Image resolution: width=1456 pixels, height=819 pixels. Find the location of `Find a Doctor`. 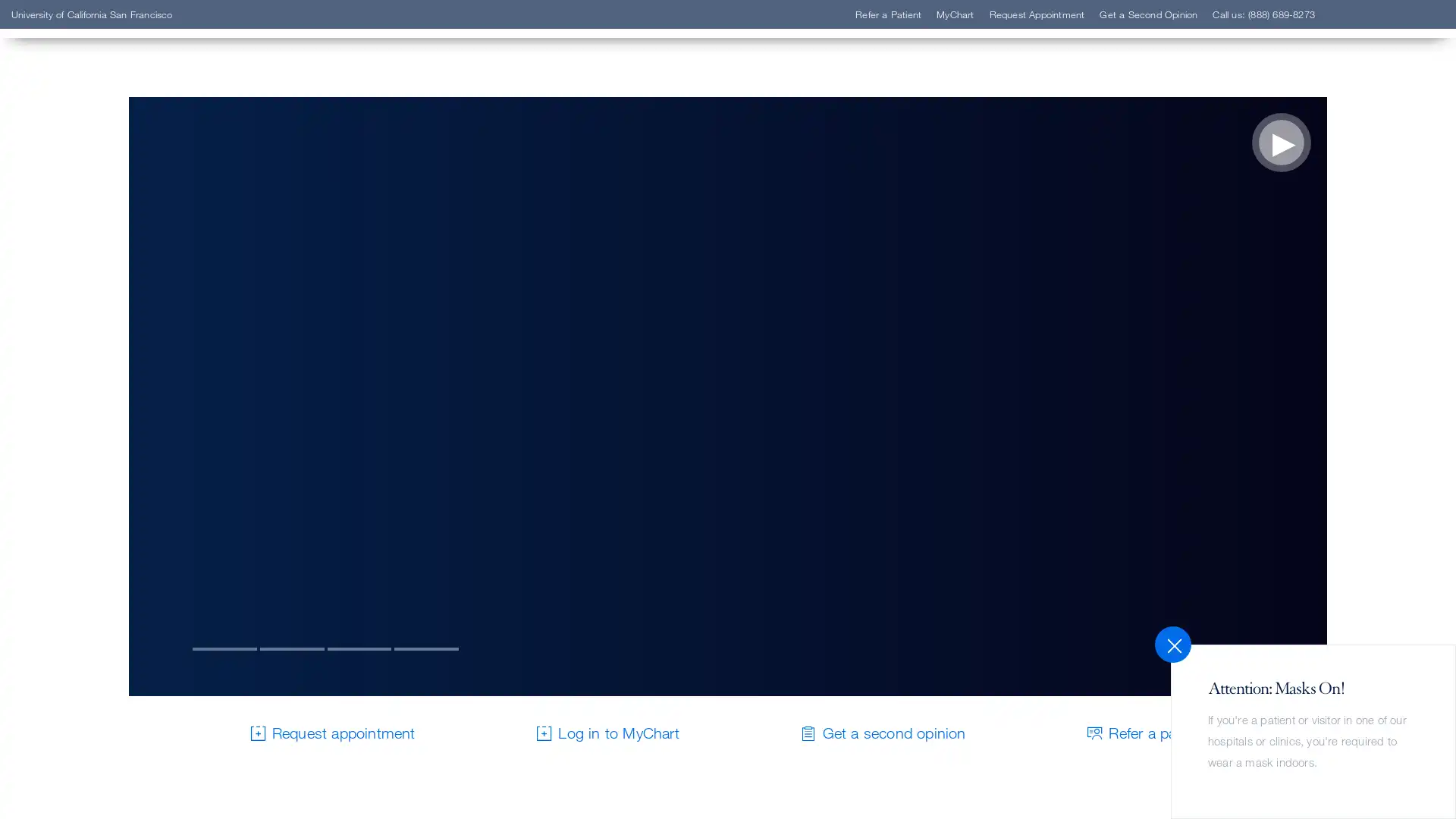

Find a Doctor is located at coordinates (105, 223).